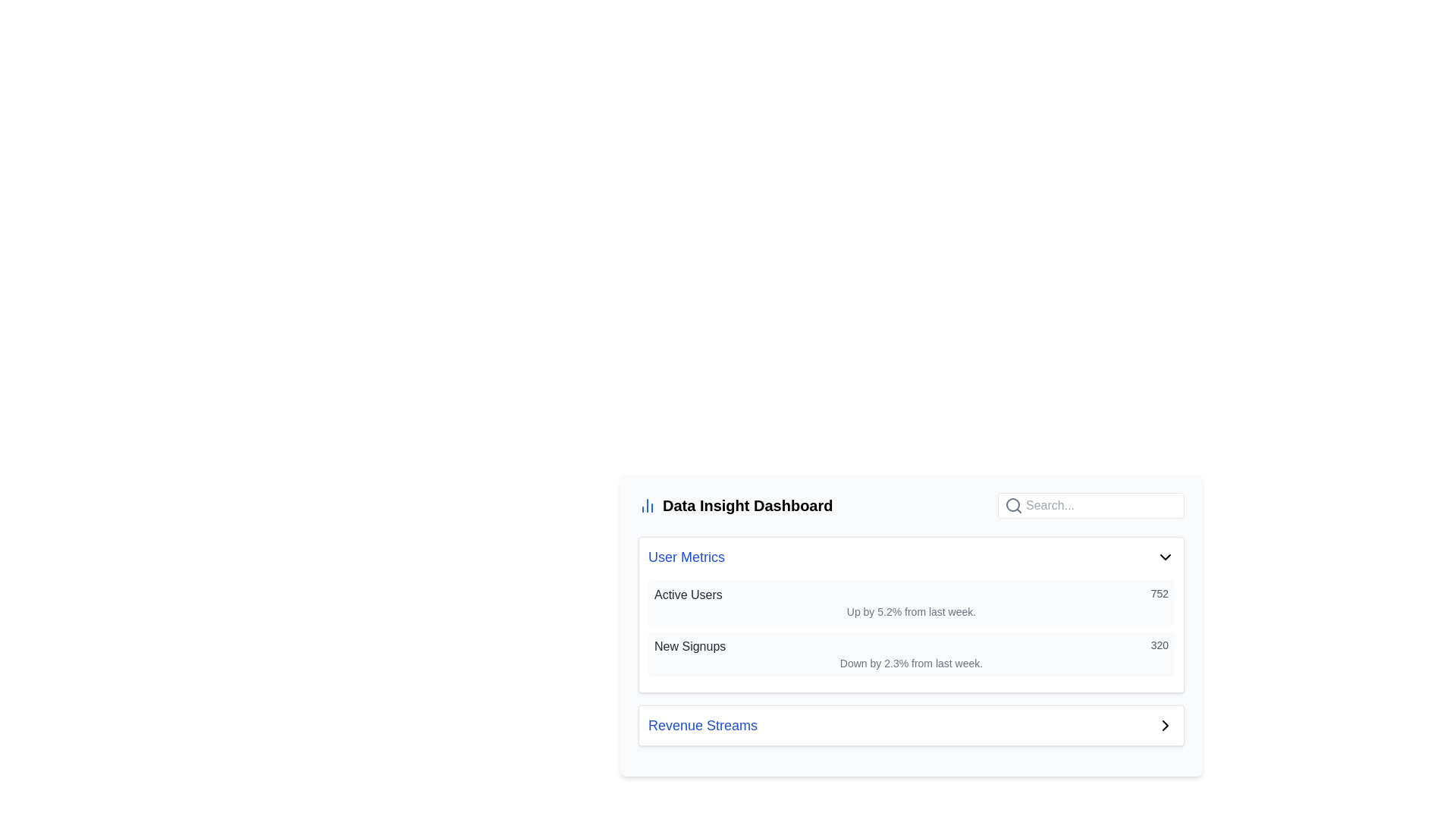 This screenshot has height=819, width=1456. What do you see at coordinates (1012, 505) in the screenshot?
I see `the decorative SVG Circle element that visually represents the search function, which is part of the search icon in the top-right section of the dashboard interface` at bounding box center [1012, 505].